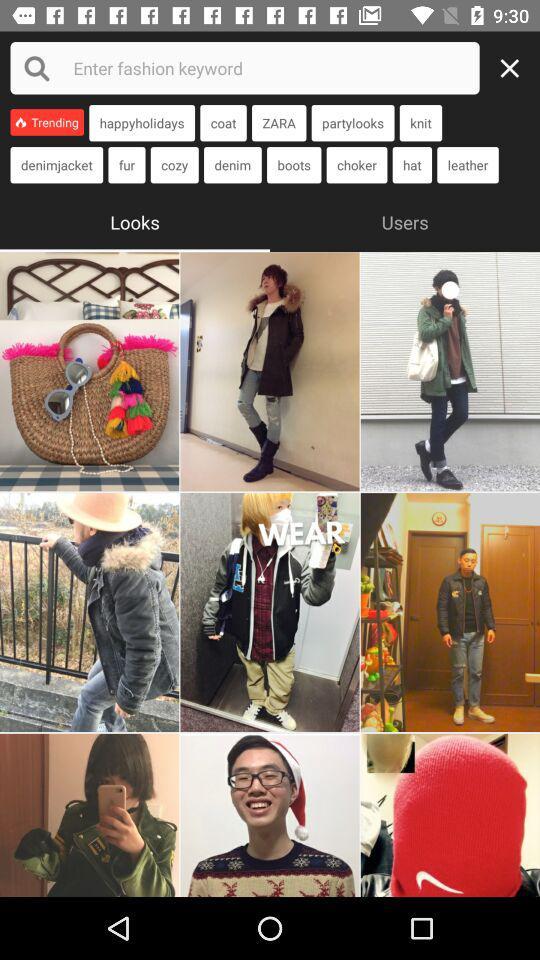 This screenshot has width=540, height=960. What do you see at coordinates (270, 815) in the screenshot?
I see `emojios option` at bounding box center [270, 815].